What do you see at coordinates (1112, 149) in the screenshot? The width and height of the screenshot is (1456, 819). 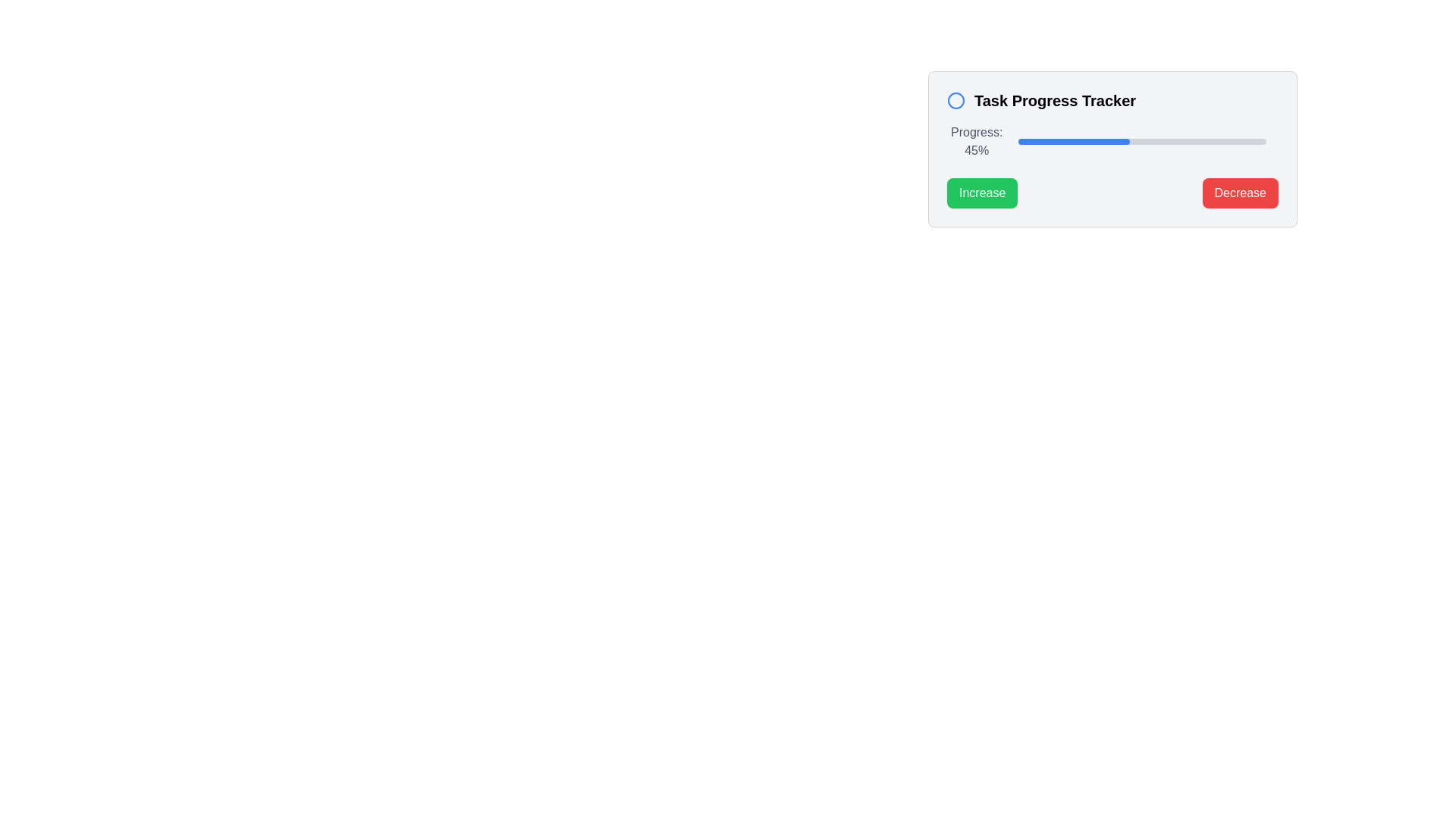 I see `the green 'Increase' button located at the bottom of the Task Progress Tracker card to augment the progress` at bounding box center [1112, 149].